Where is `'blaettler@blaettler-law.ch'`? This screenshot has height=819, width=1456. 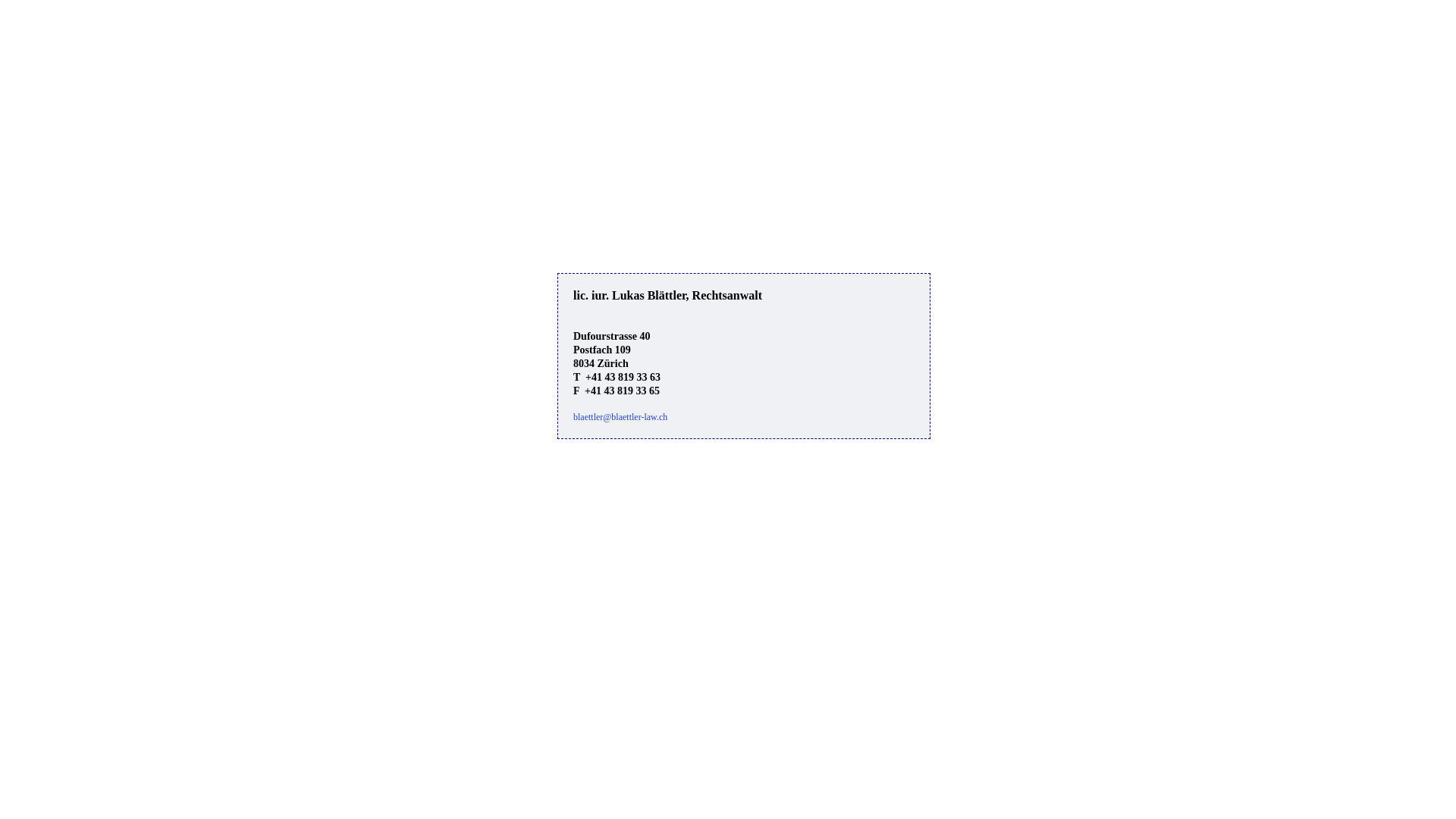
'blaettler@blaettler-law.ch' is located at coordinates (620, 417).